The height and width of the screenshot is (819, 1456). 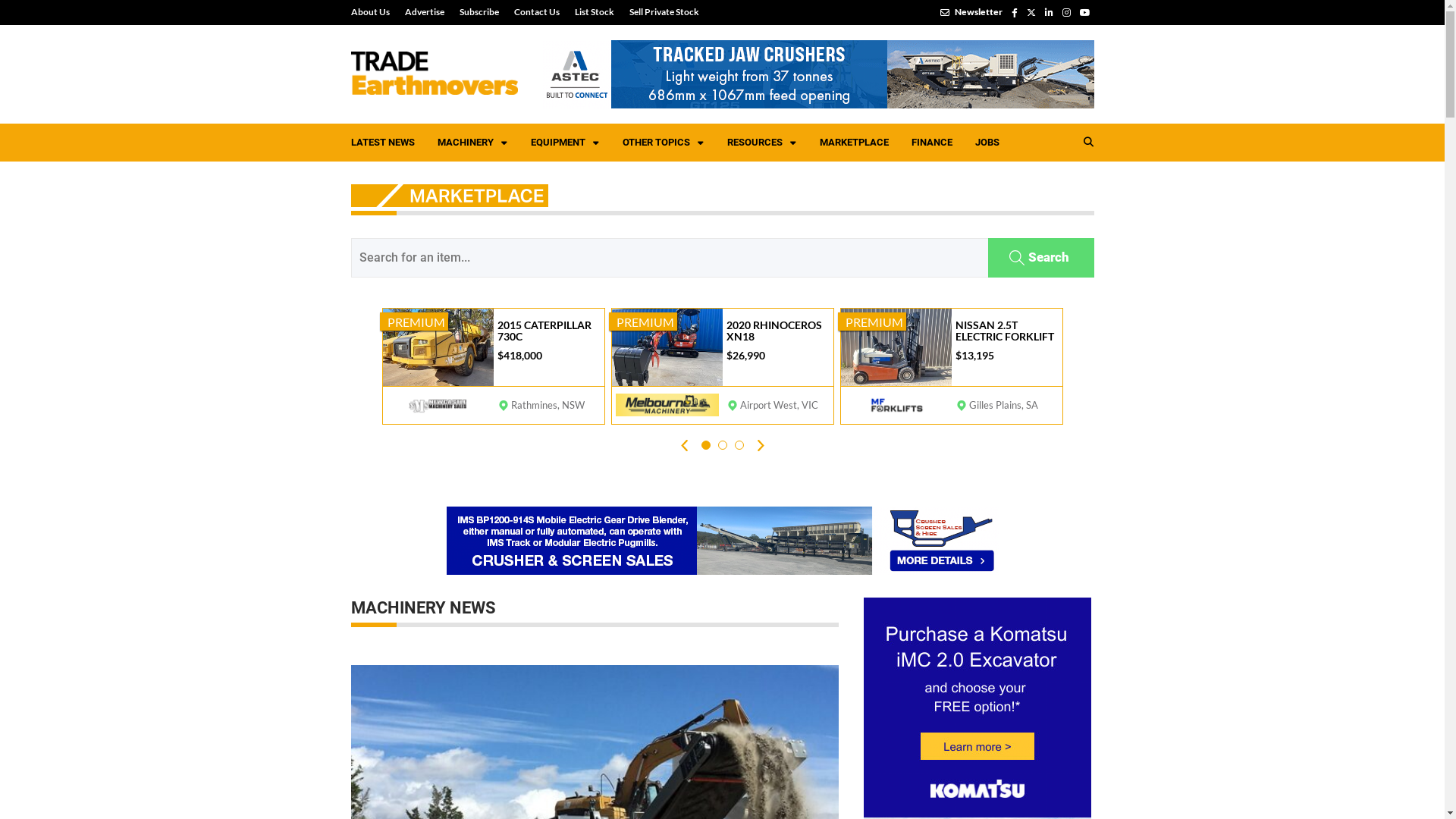 I want to click on 'PREMIUM, so click(x=720, y=366).